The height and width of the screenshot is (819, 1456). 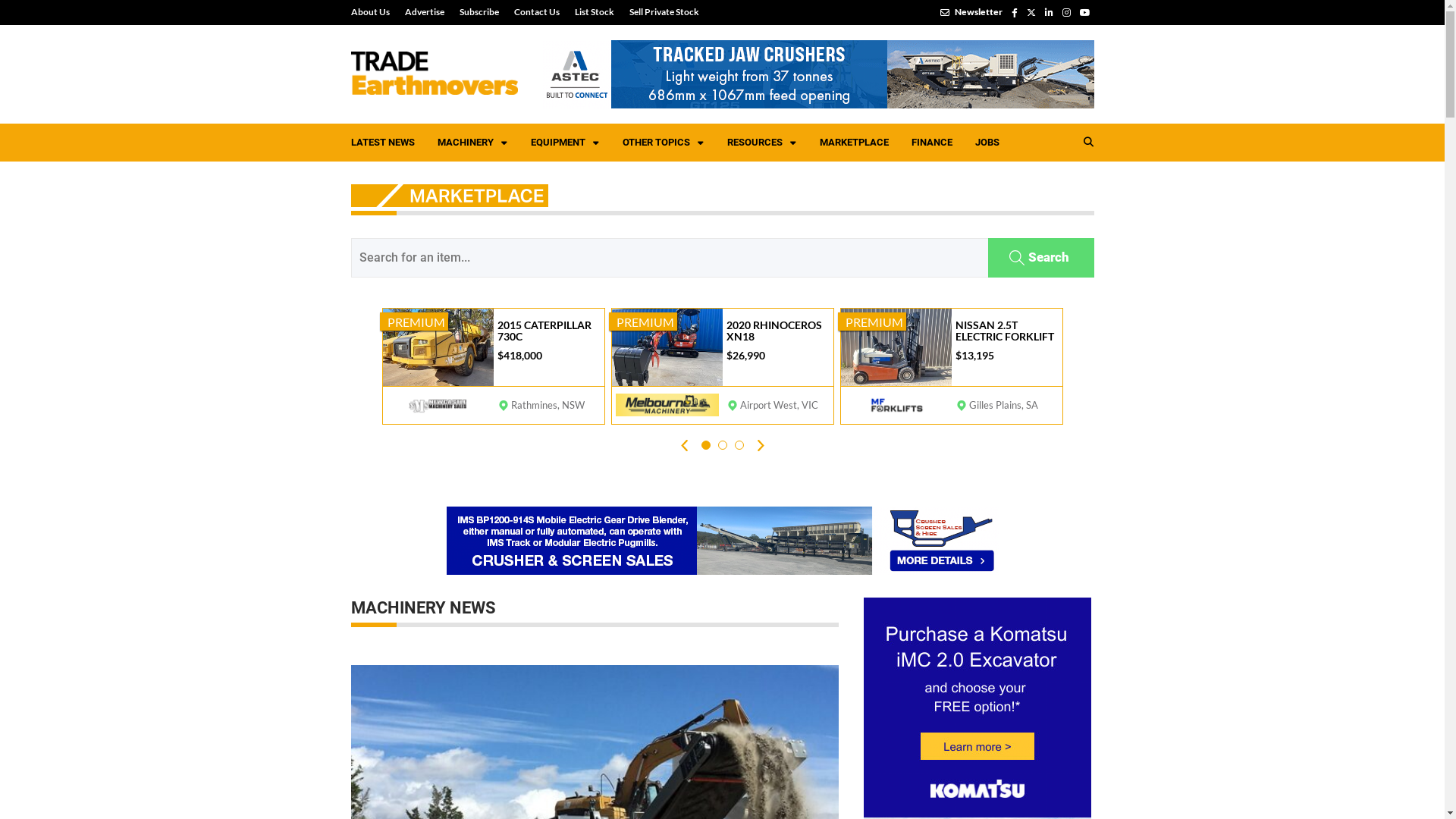 I want to click on 'PREMIUM, so click(x=720, y=366).